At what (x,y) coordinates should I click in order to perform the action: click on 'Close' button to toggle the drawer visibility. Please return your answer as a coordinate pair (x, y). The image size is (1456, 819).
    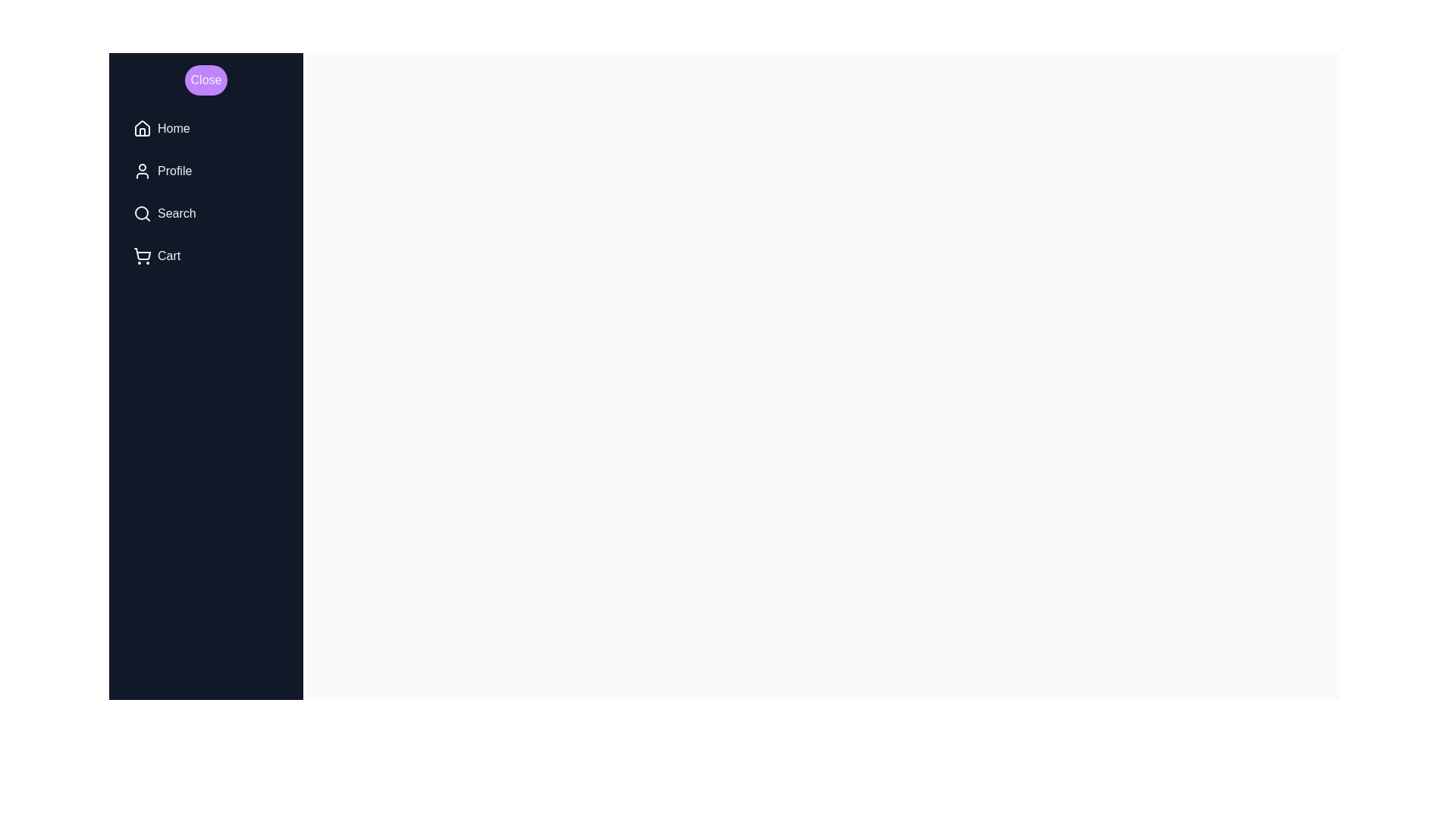
    Looking at the image, I should click on (206, 80).